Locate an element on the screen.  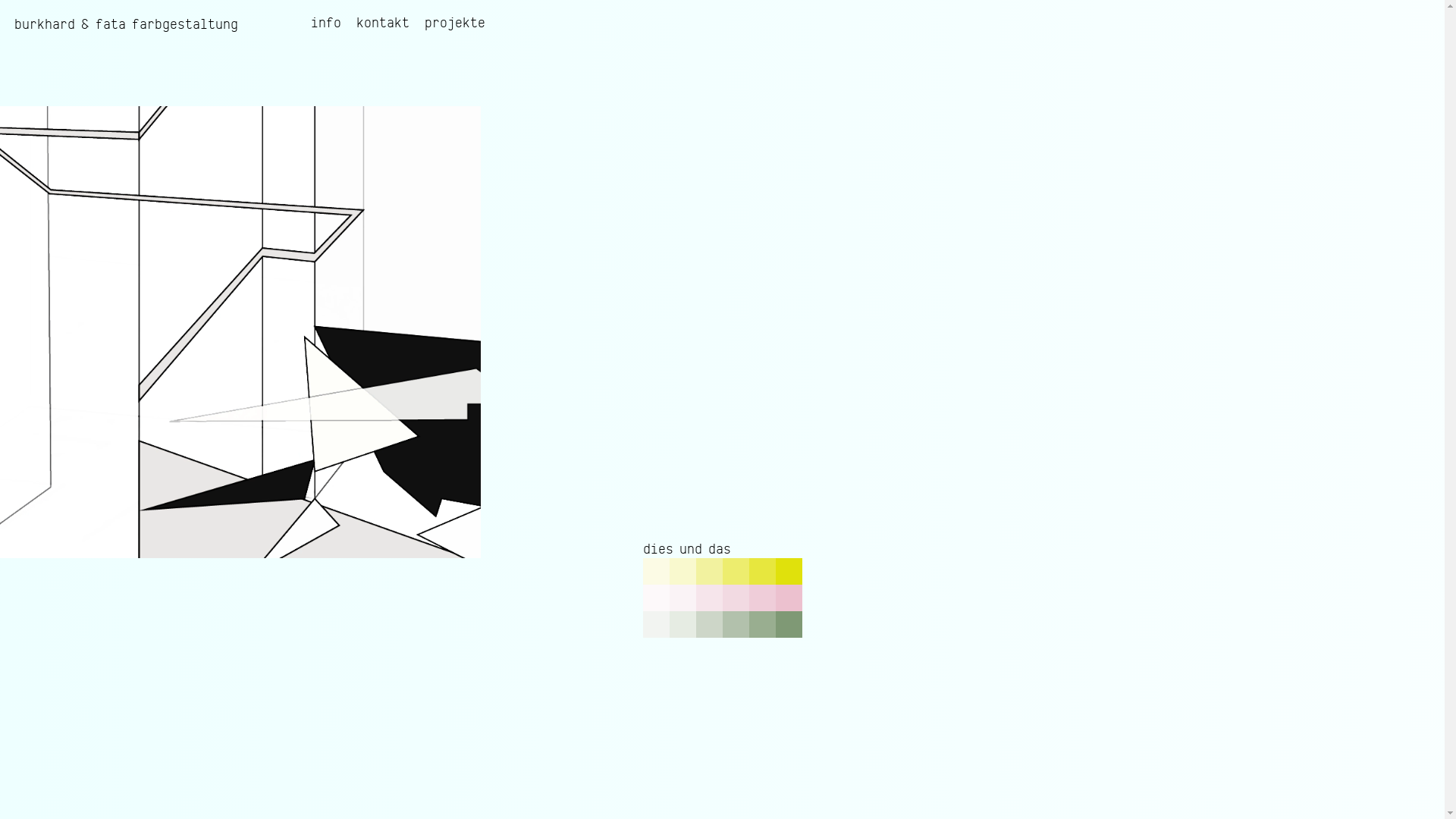
'burkhard & fata farbgestaltung' is located at coordinates (126, 25).